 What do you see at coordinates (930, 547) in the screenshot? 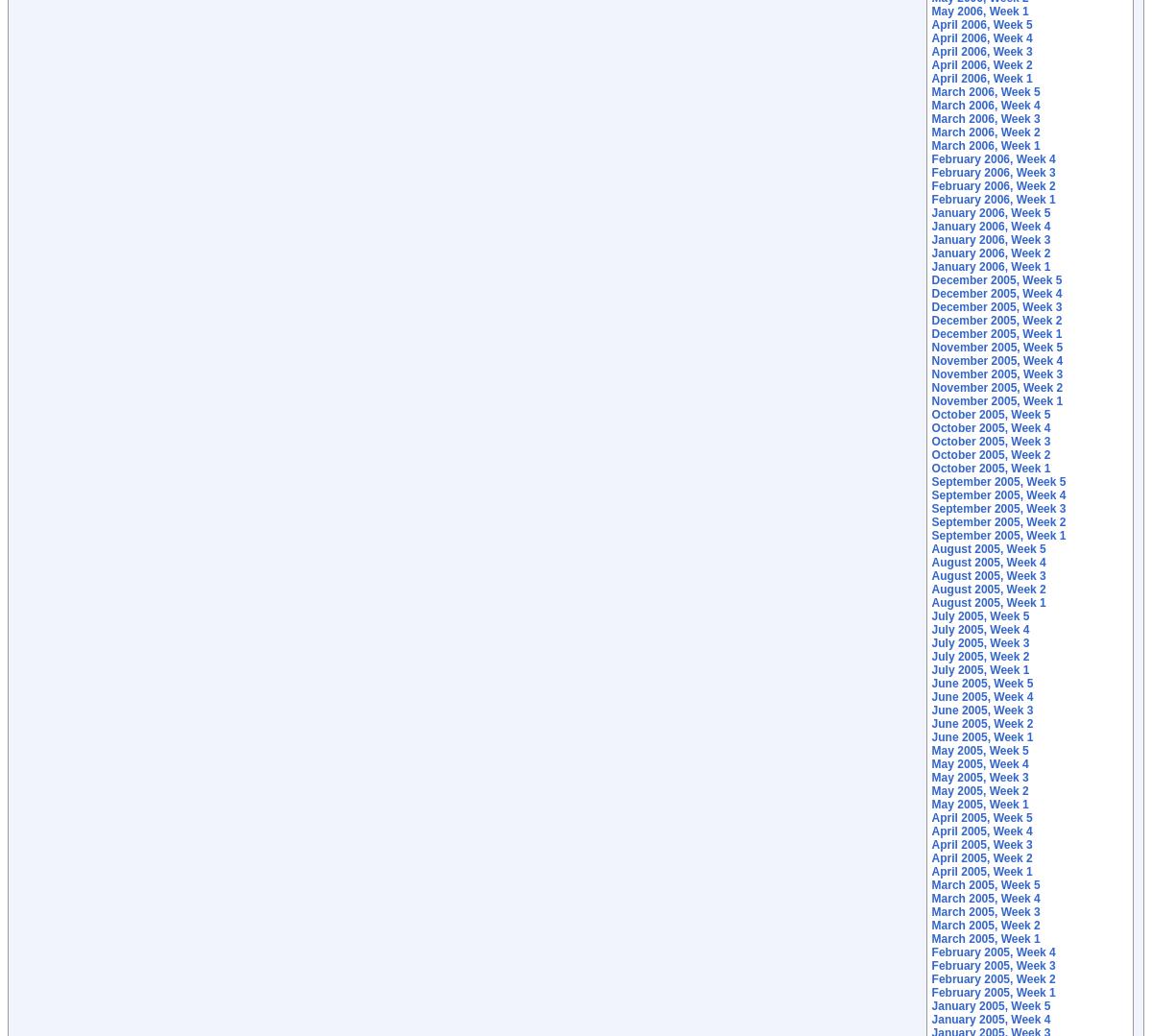
I see `'August 2005, Week 5'` at bounding box center [930, 547].